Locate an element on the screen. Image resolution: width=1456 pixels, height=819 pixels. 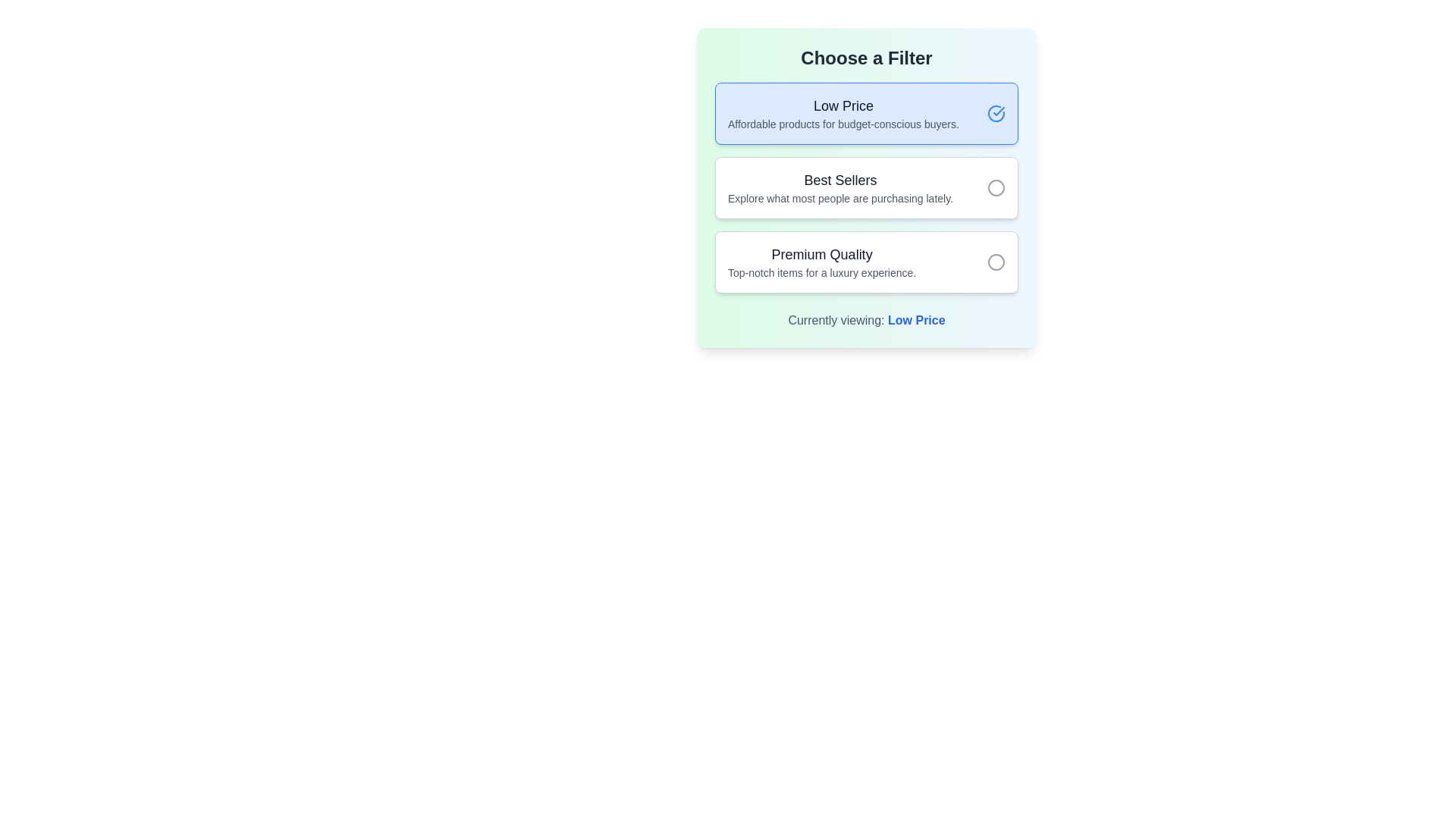
the static text 'Premium Quality' which is styled in a medium bold font and positioned in the third card of filter options, located between 'Best Sellers' and a description is located at coordinates (821, 253).